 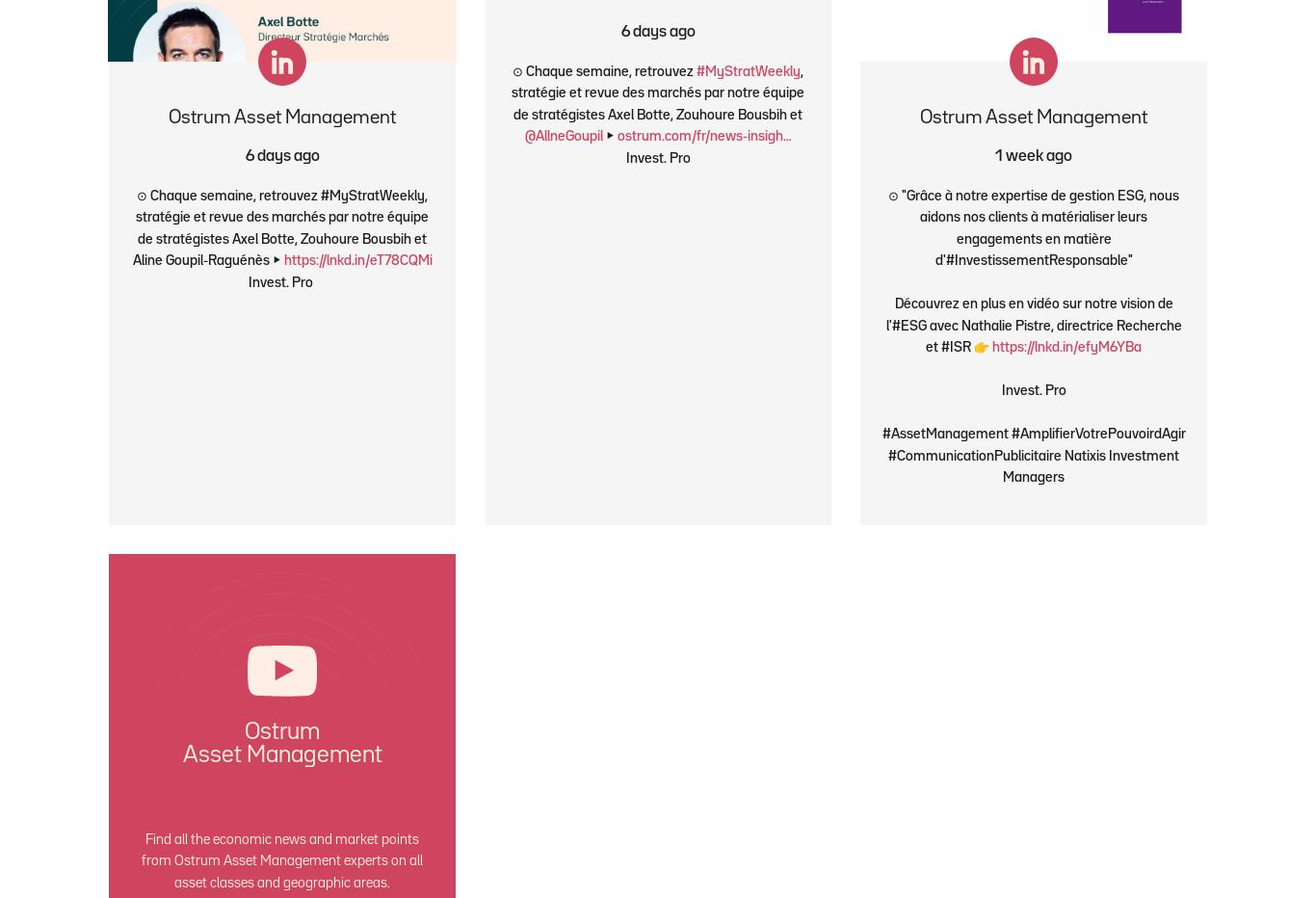 What do you see at coordinates (1032, 226) in the screenshot?
I see `'⊙ "Grâce à notre expertise de gestion ESG, nous aidons nos clients à matérialiser leurs engagements en matière d'#InvestissementResponsable"'` at bounding box center [1032, 226].